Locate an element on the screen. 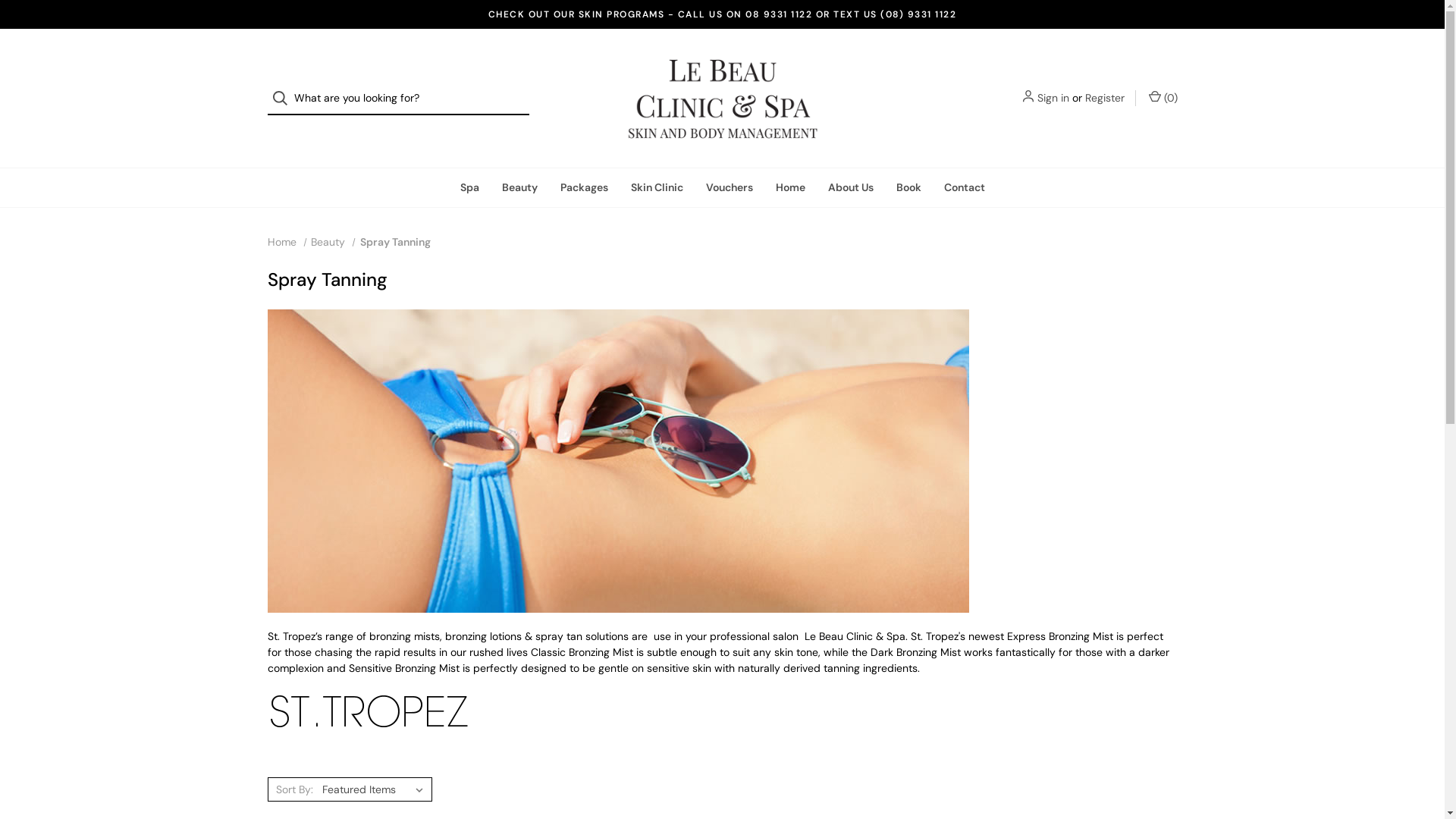 Image resolution: width=1456 pixels, height=819 pixels. 'Home' is located at coordinates (789, 187).